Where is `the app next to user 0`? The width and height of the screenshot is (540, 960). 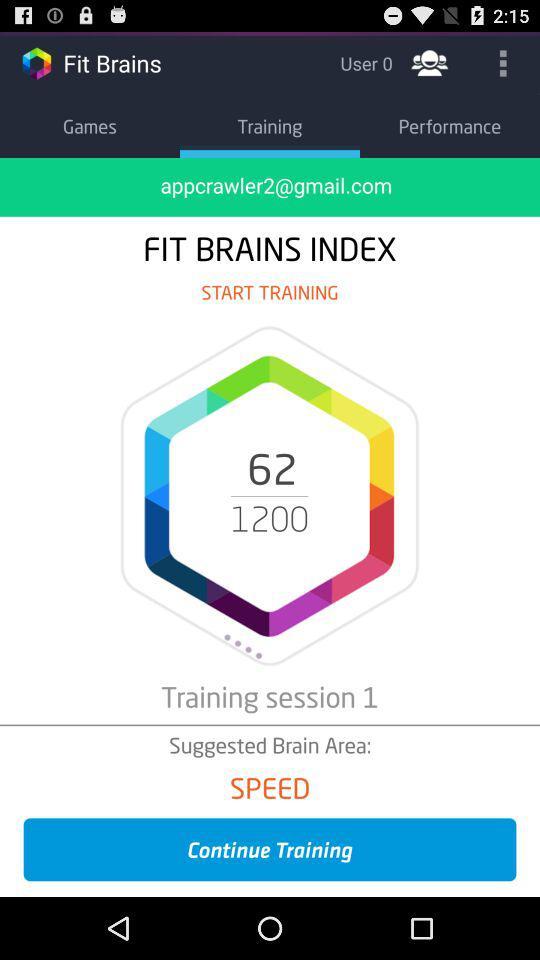
the app next to user 0 is located at coordinates (428, 62).